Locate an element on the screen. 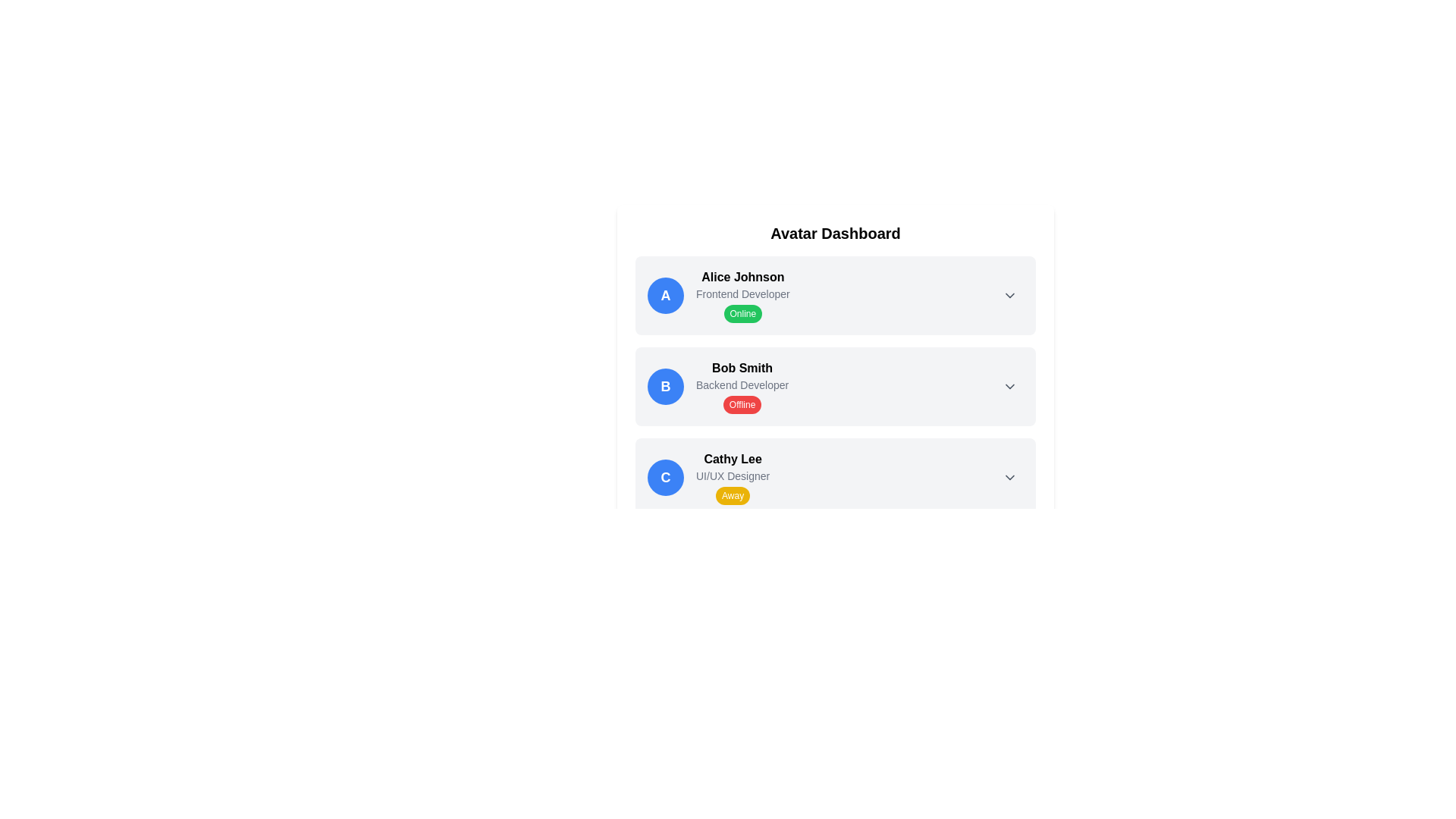 Image resolution: width=1456 pixels, height=819 pixels. the user profile card for 'Bob Smith', which is the second card in a vertically stacked list, providing details such as job title and status is located at coordinates (835, 385).